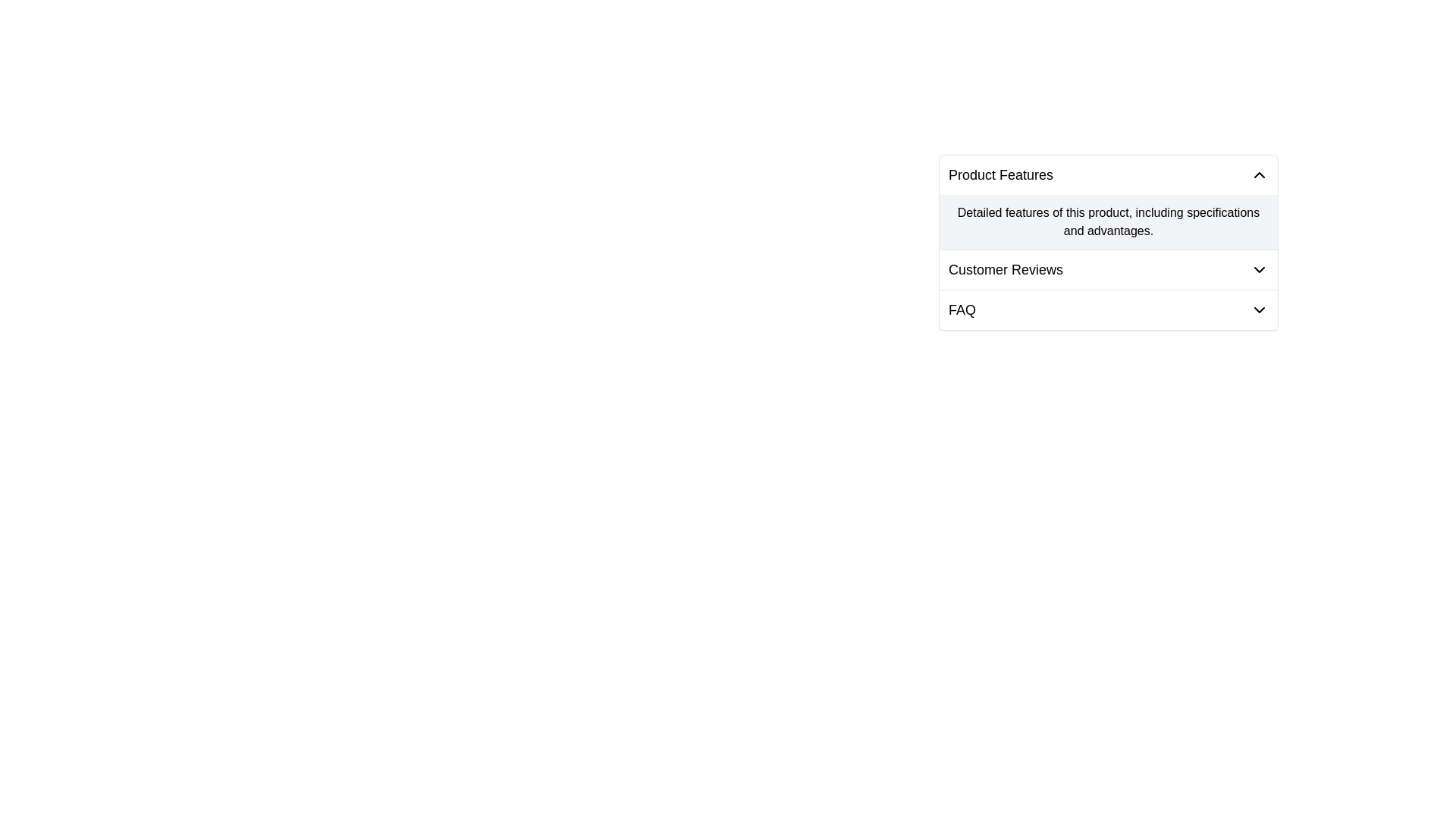 The image size is (1456, 819). What do you see at coordinates (1259, 268) in the screenshot?
I see `the chevron dropdown indicator` at bounding box center [1259, 268].